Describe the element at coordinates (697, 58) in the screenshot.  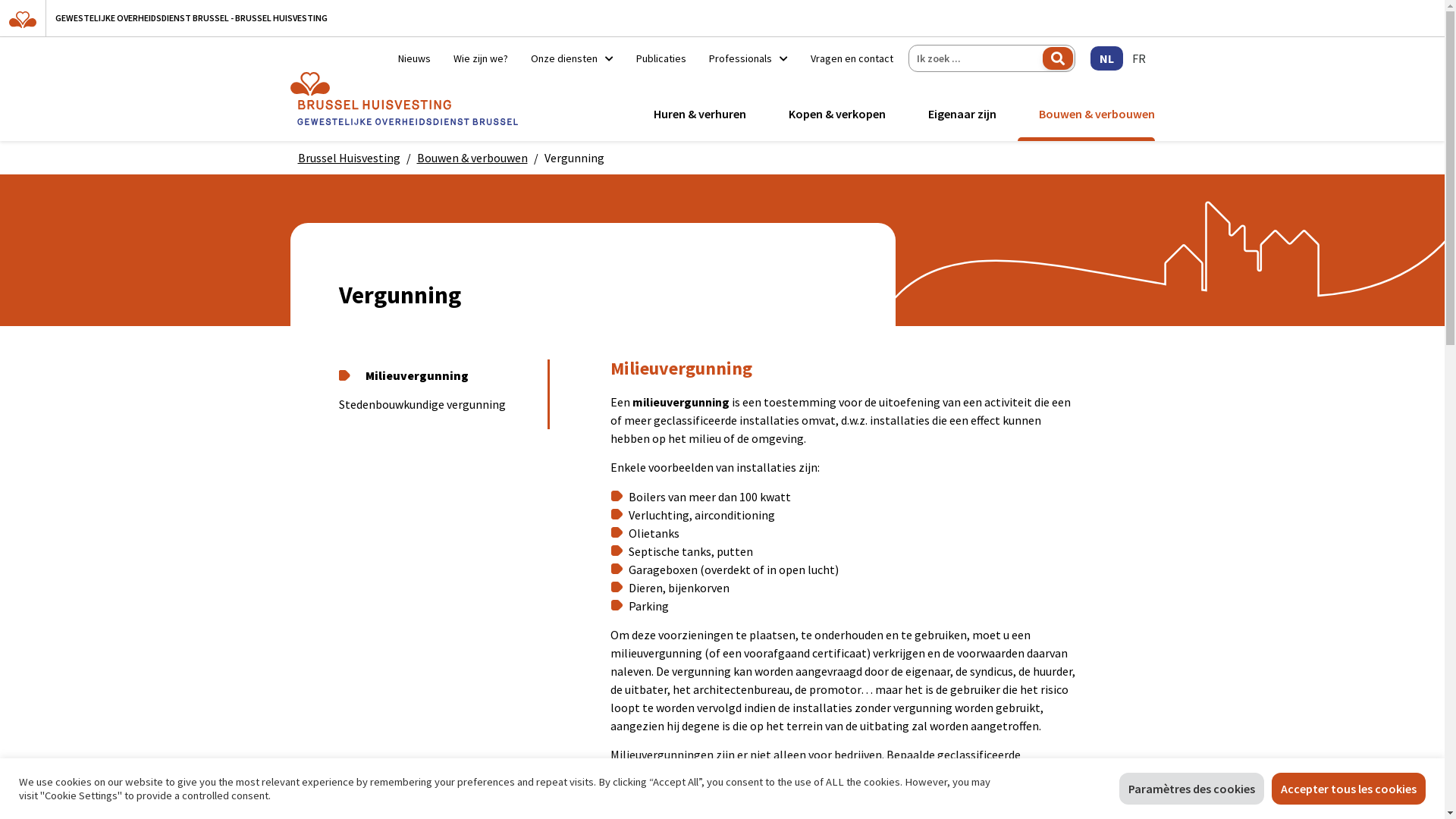
I see `'Professionals'` at that location.